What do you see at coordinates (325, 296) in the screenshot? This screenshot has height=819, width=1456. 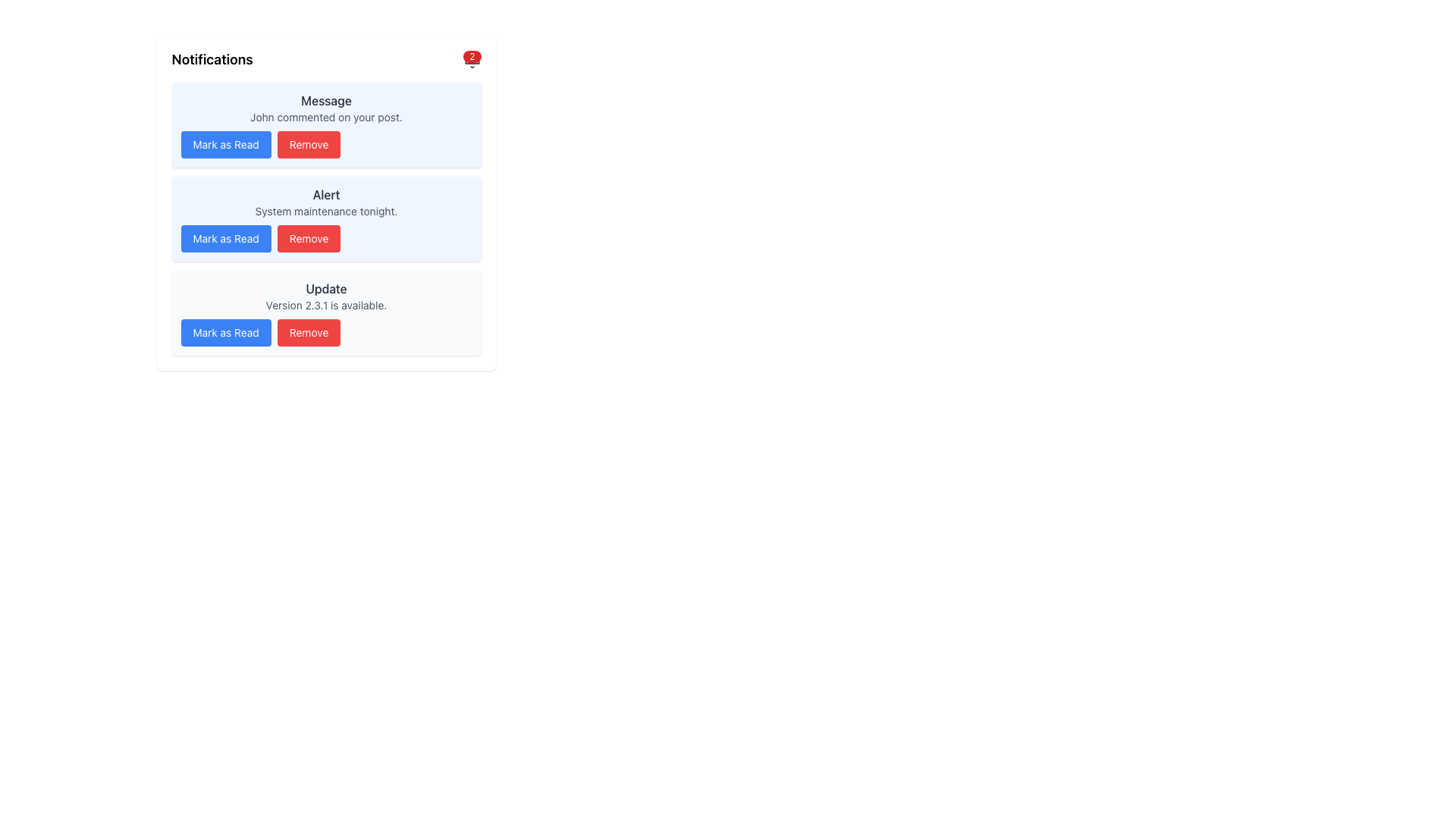 I see `the text element displaying 'Update' in the third notification box of the notification panel` at bounding box center [325, 296].